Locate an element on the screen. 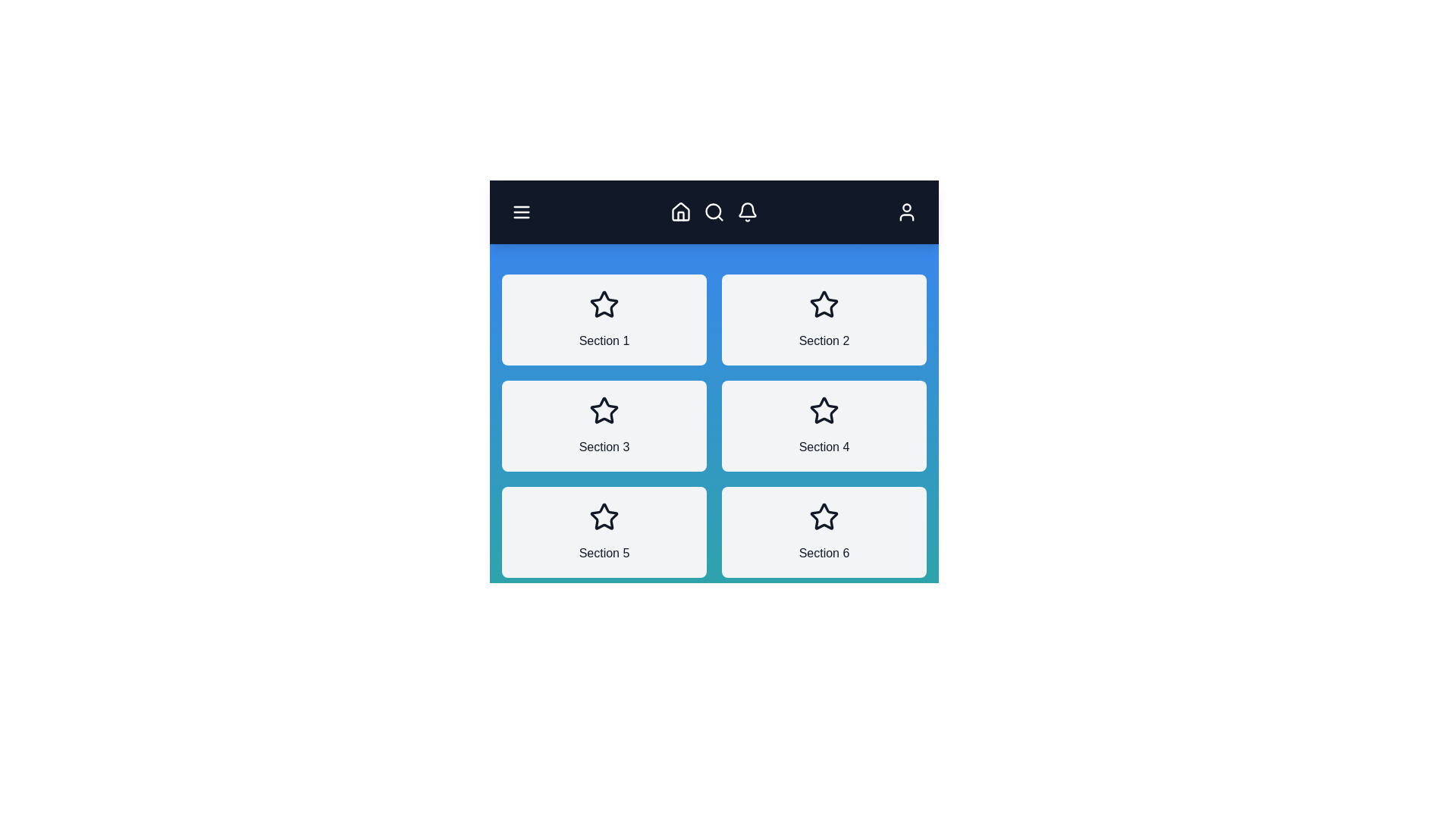 The image size is (1456, 819). the section labeled Section 4 to view its details is located at coordinates (823, 426).